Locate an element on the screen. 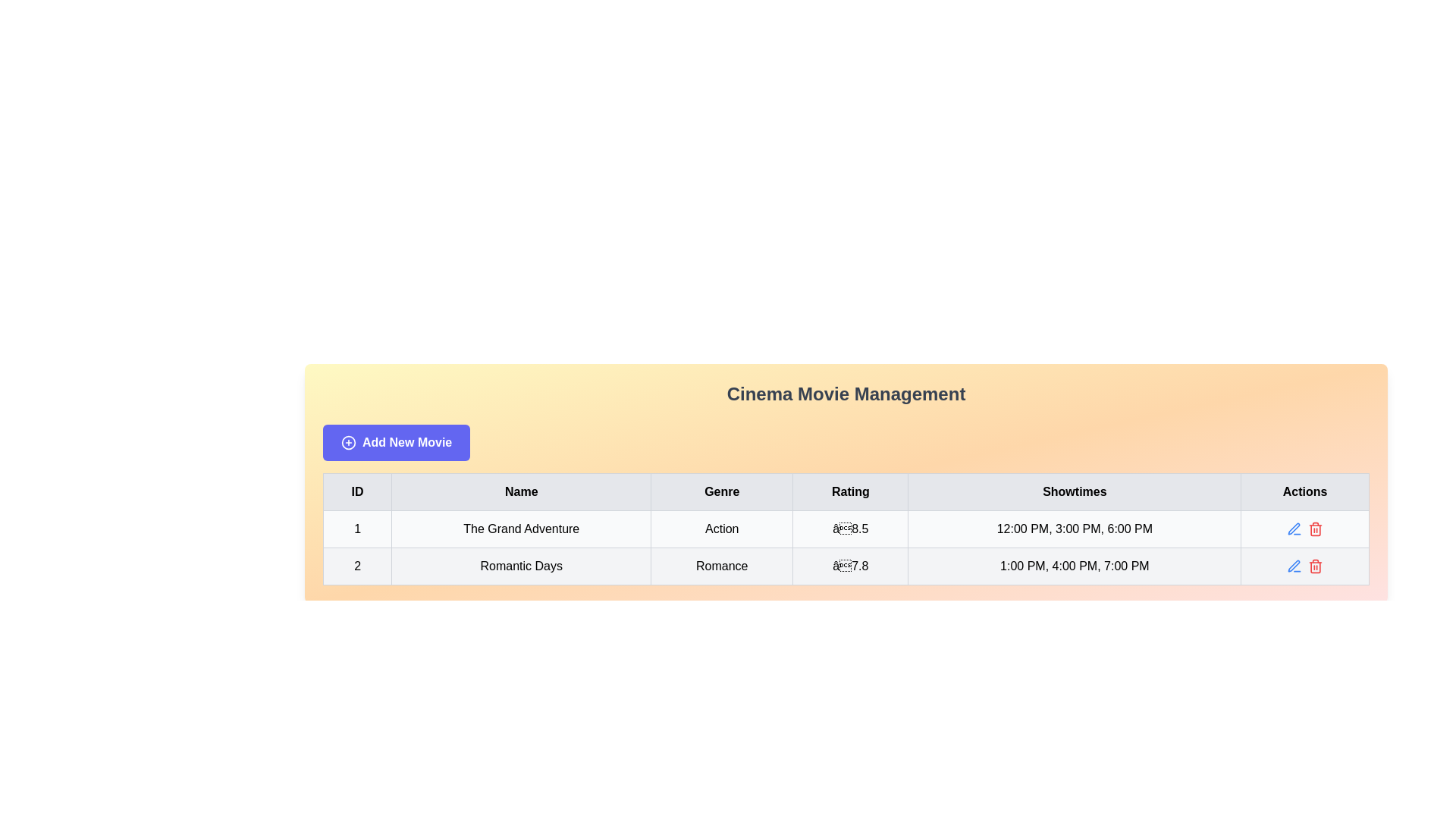 The width and height of the screenshot is (1456, 819). the pencil icon in the Action cell of the first row in the table to initiate editing of the associated movie details is located at coordinates (1304, 529).